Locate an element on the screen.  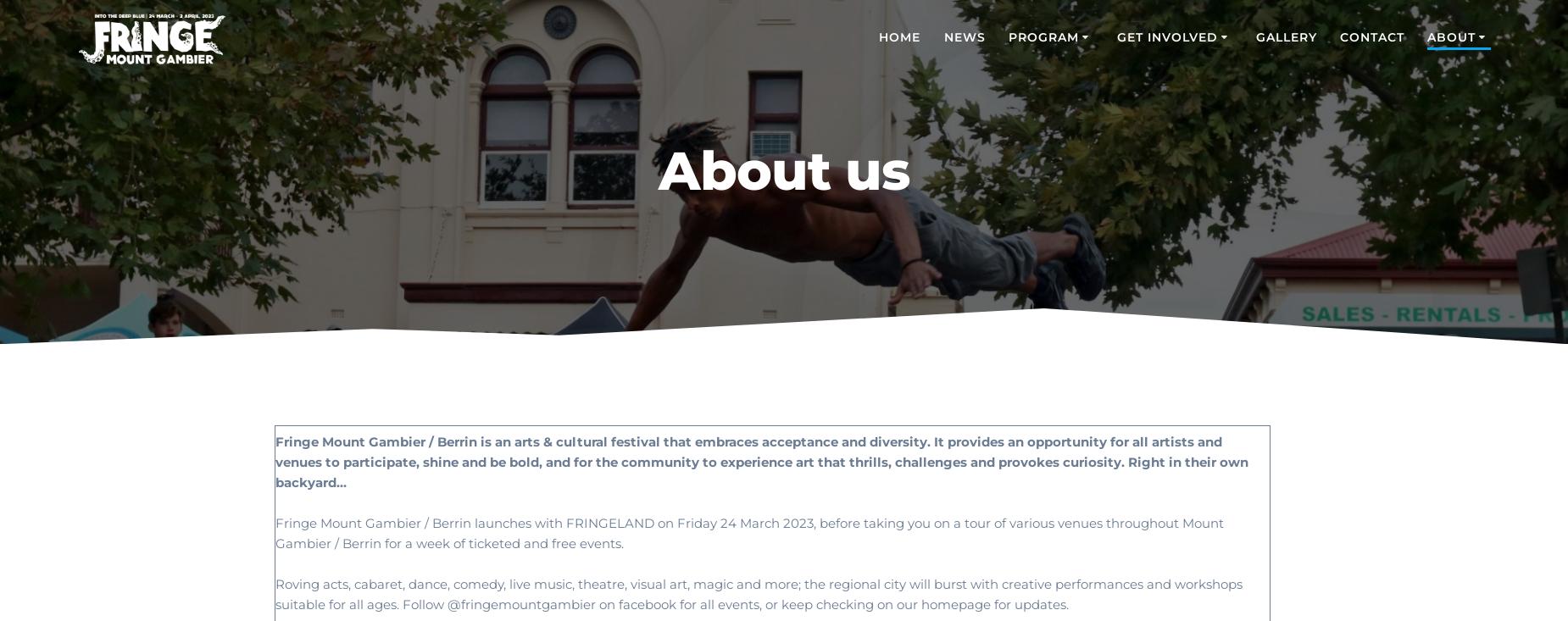
'CONTACT' is located at coordinates (1371, 36).